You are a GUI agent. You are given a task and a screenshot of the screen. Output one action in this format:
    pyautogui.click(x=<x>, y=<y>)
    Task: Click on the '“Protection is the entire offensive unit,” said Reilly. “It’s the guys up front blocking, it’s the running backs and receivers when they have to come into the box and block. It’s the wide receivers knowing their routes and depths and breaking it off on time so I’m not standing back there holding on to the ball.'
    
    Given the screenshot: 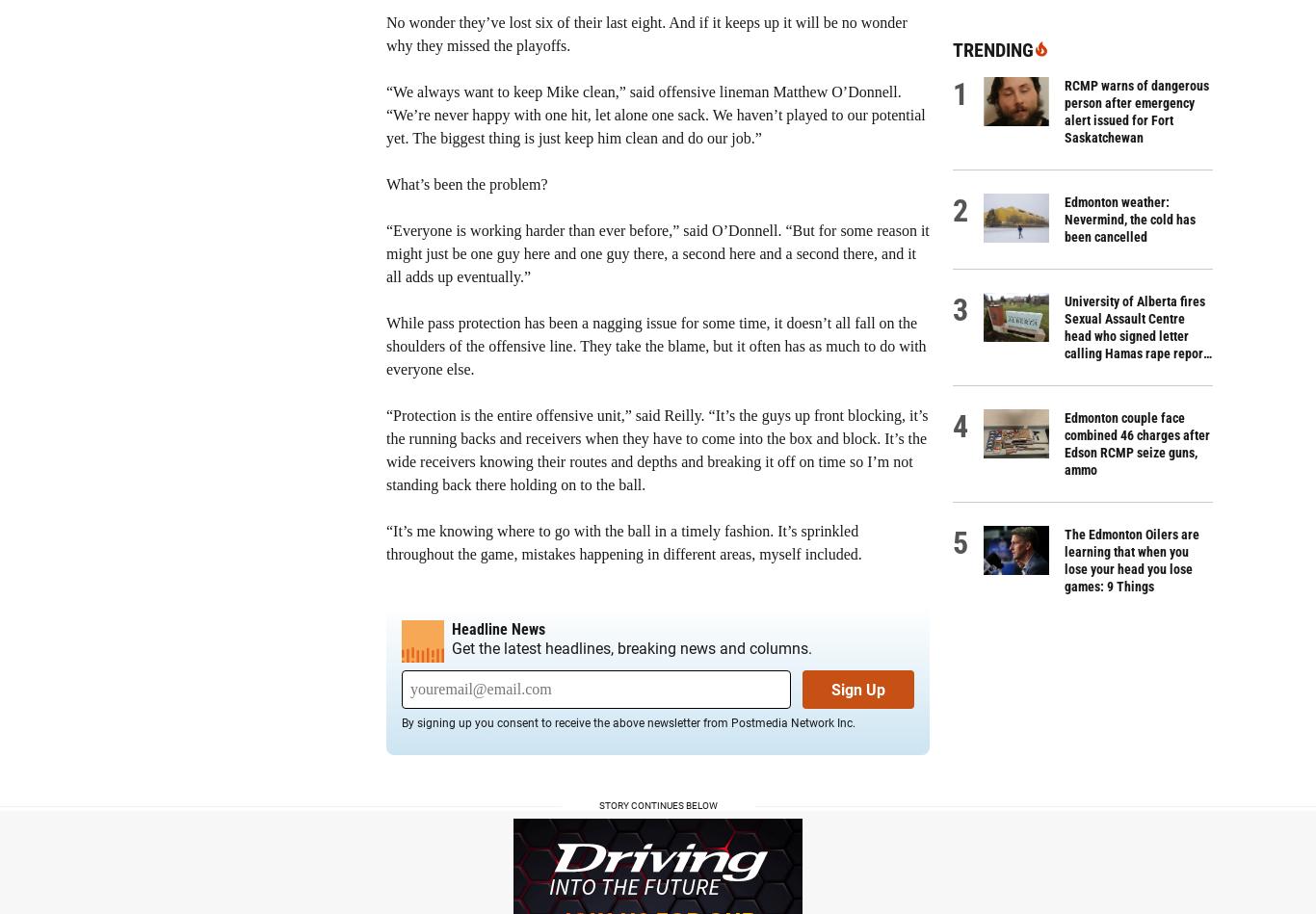 What is the action you would take?
    pyautogui.click(x=385, y=450)
    